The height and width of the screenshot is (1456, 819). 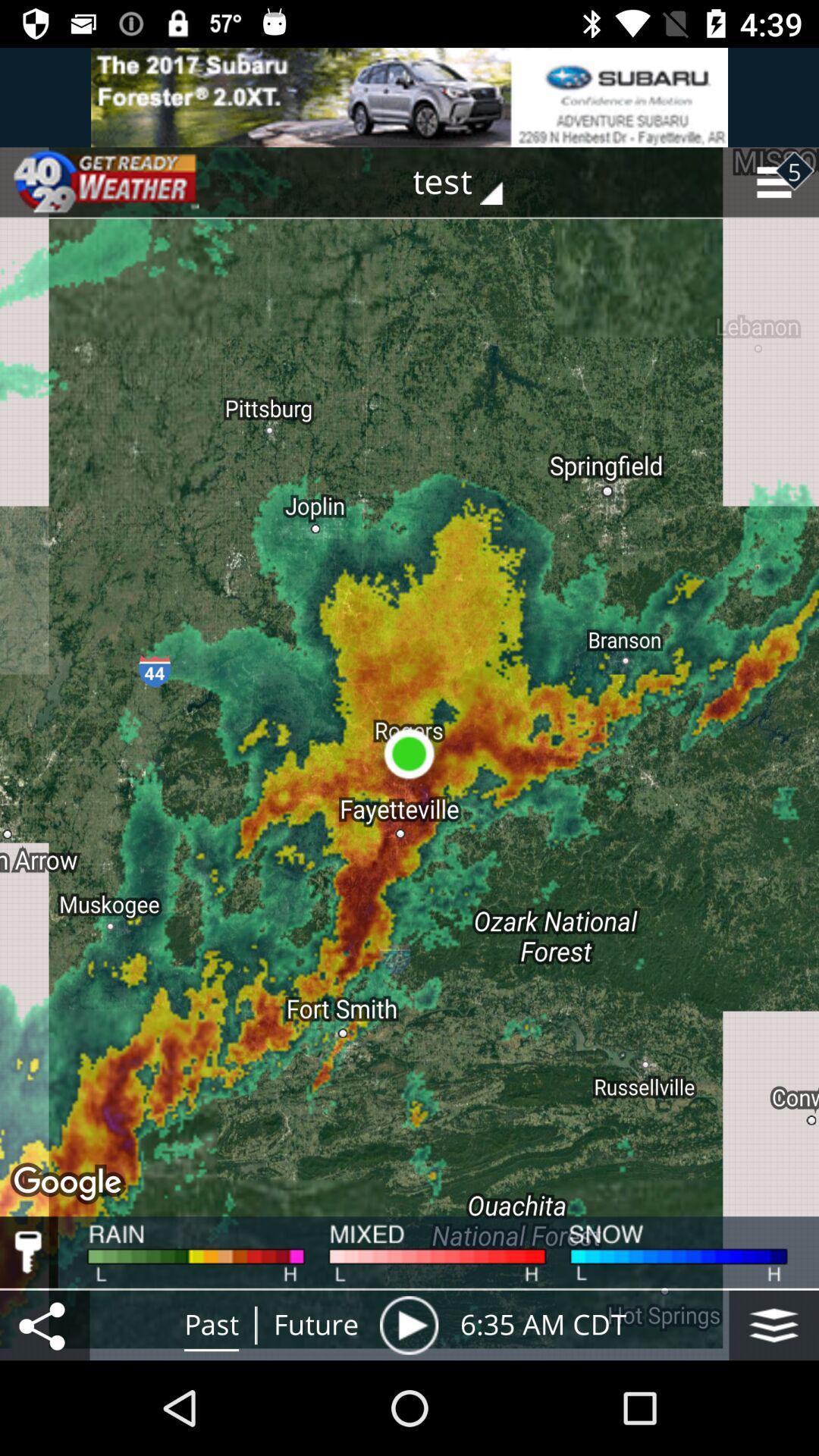 What do you see at coordinates (44, 1324) in the screenshot?
I see `share` at bounding box center [44, 1324].